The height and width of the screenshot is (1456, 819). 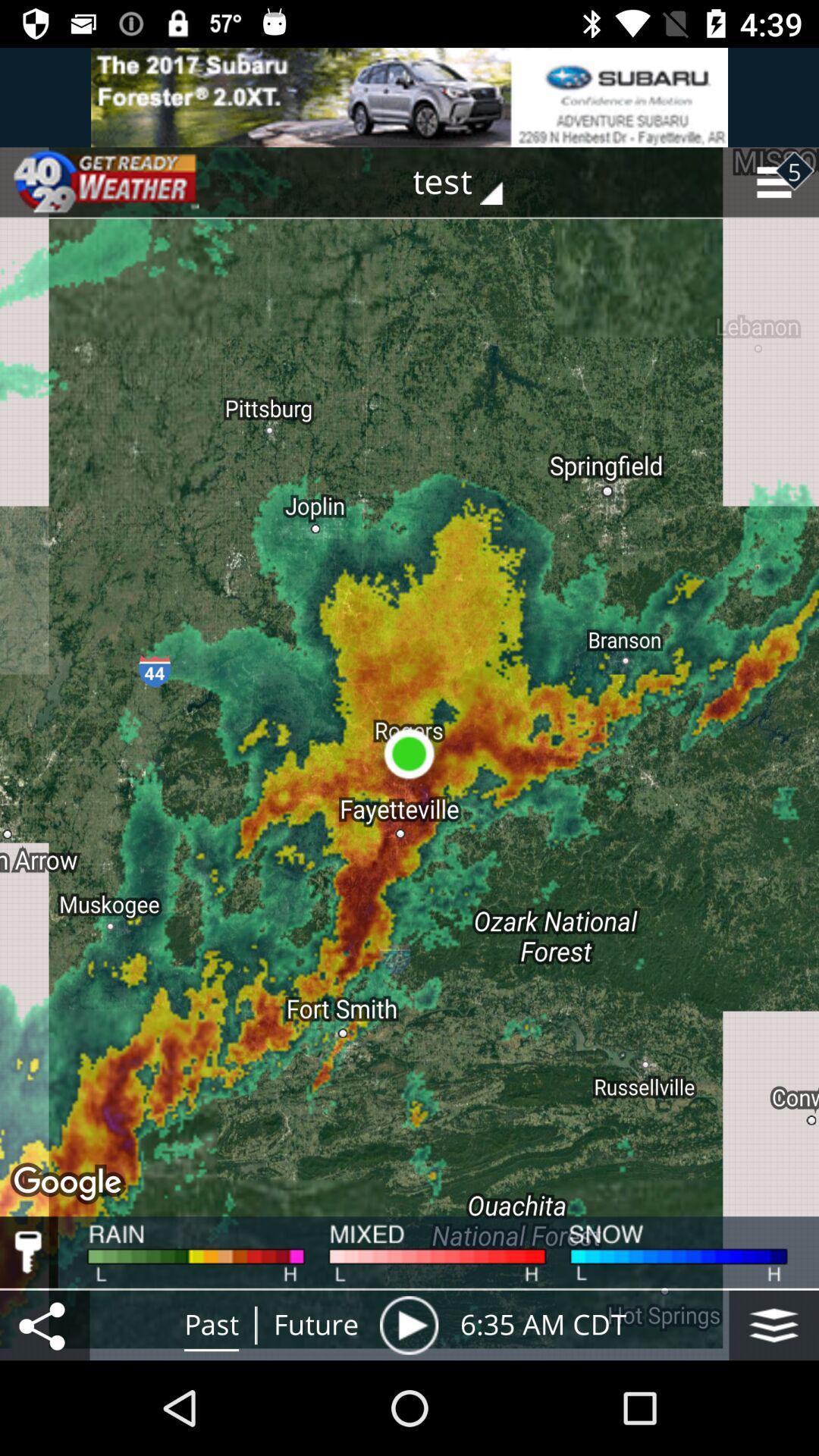 What do you see at coordinates (44, 1324) in the screenshot?
I see `share` at bounding box center [44, 1324].